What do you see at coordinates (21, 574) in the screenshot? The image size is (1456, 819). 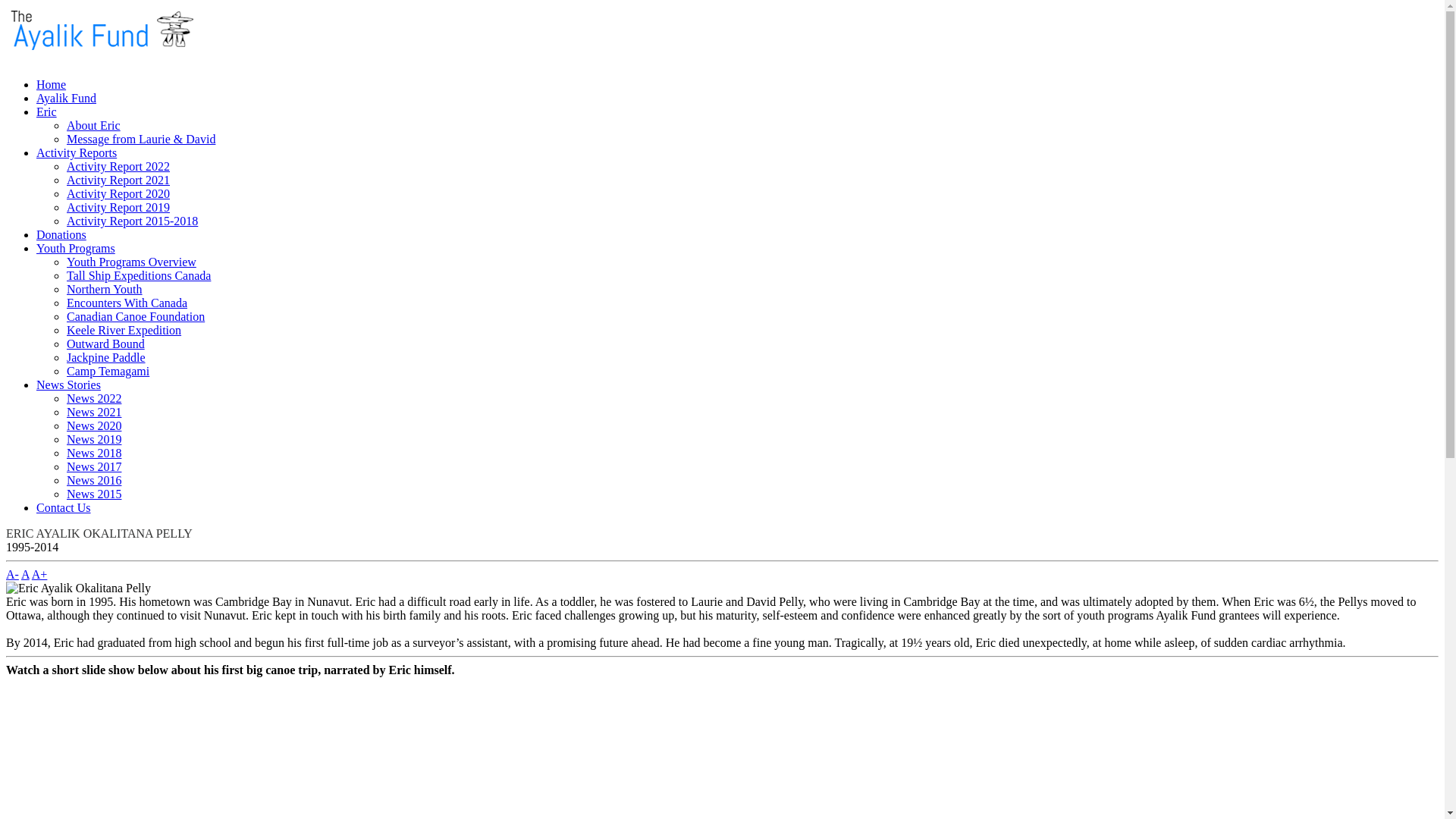 I see `'A'` at bounding box center [21, 574].